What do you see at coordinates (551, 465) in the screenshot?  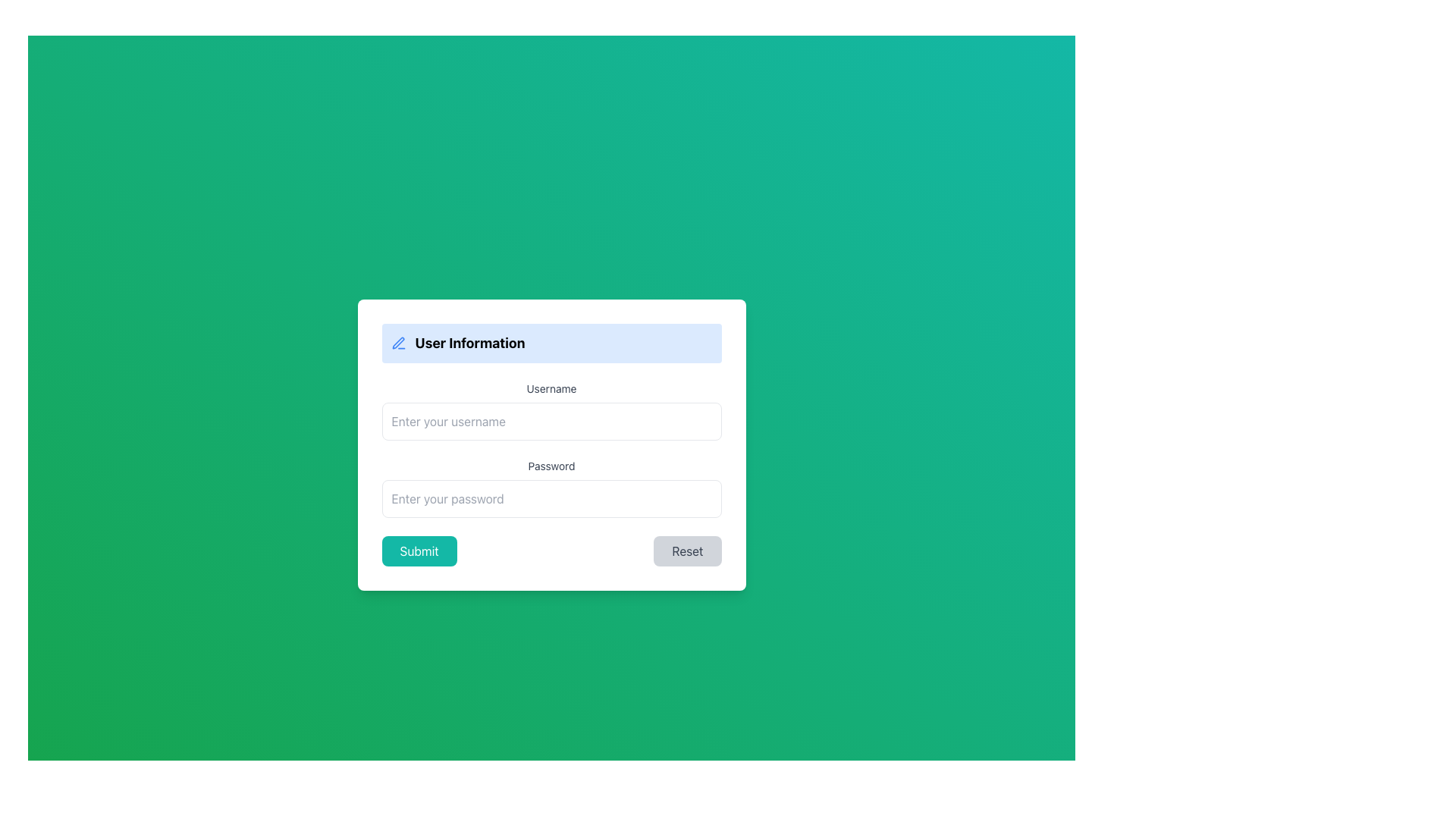 I see `the 'Password' label, which displays the text in a small grayish font, located above the password input field in the central area of the form` at bounding box center [551, 465].